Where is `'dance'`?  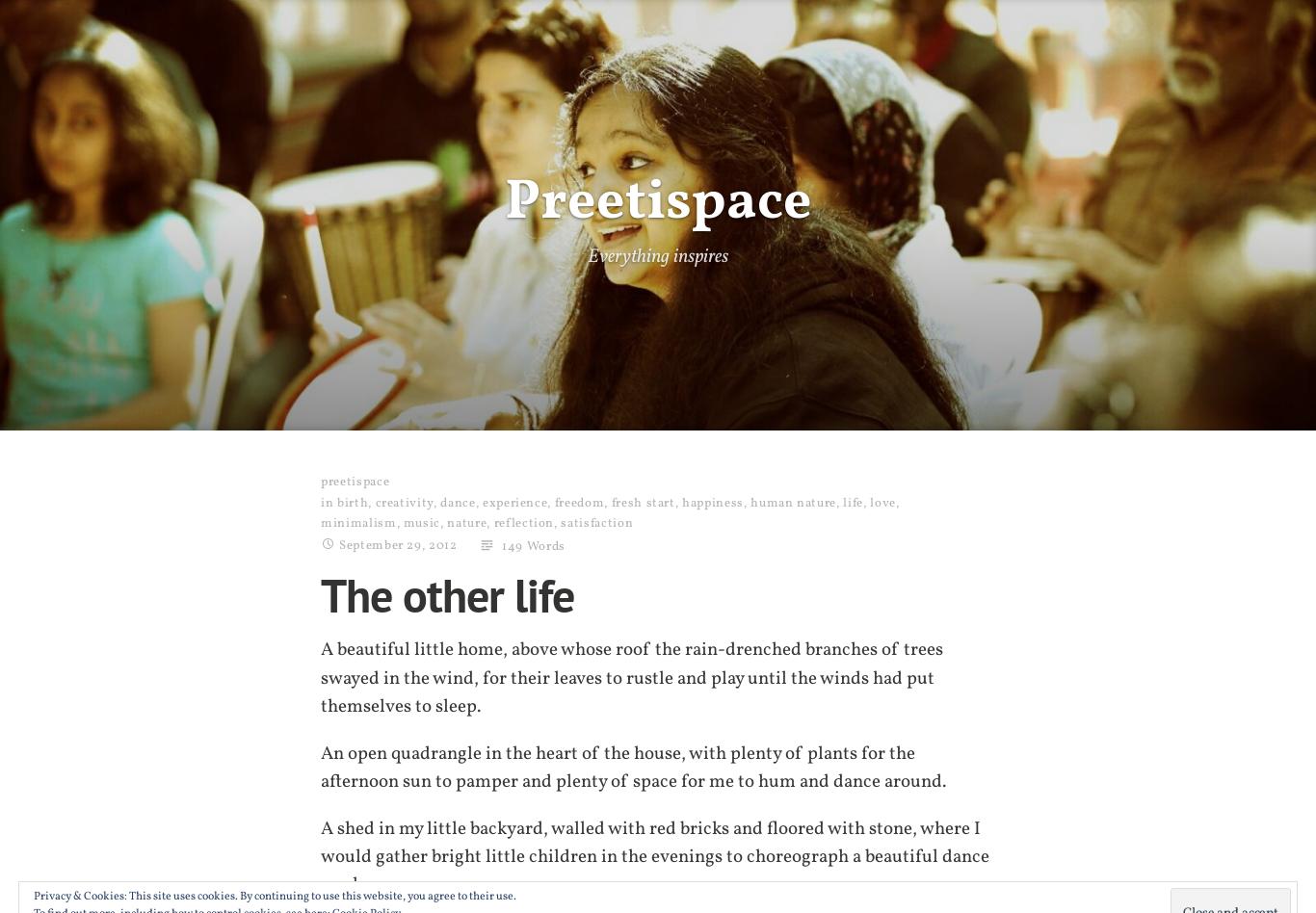
'dance' is located at coordinates (457, 502).